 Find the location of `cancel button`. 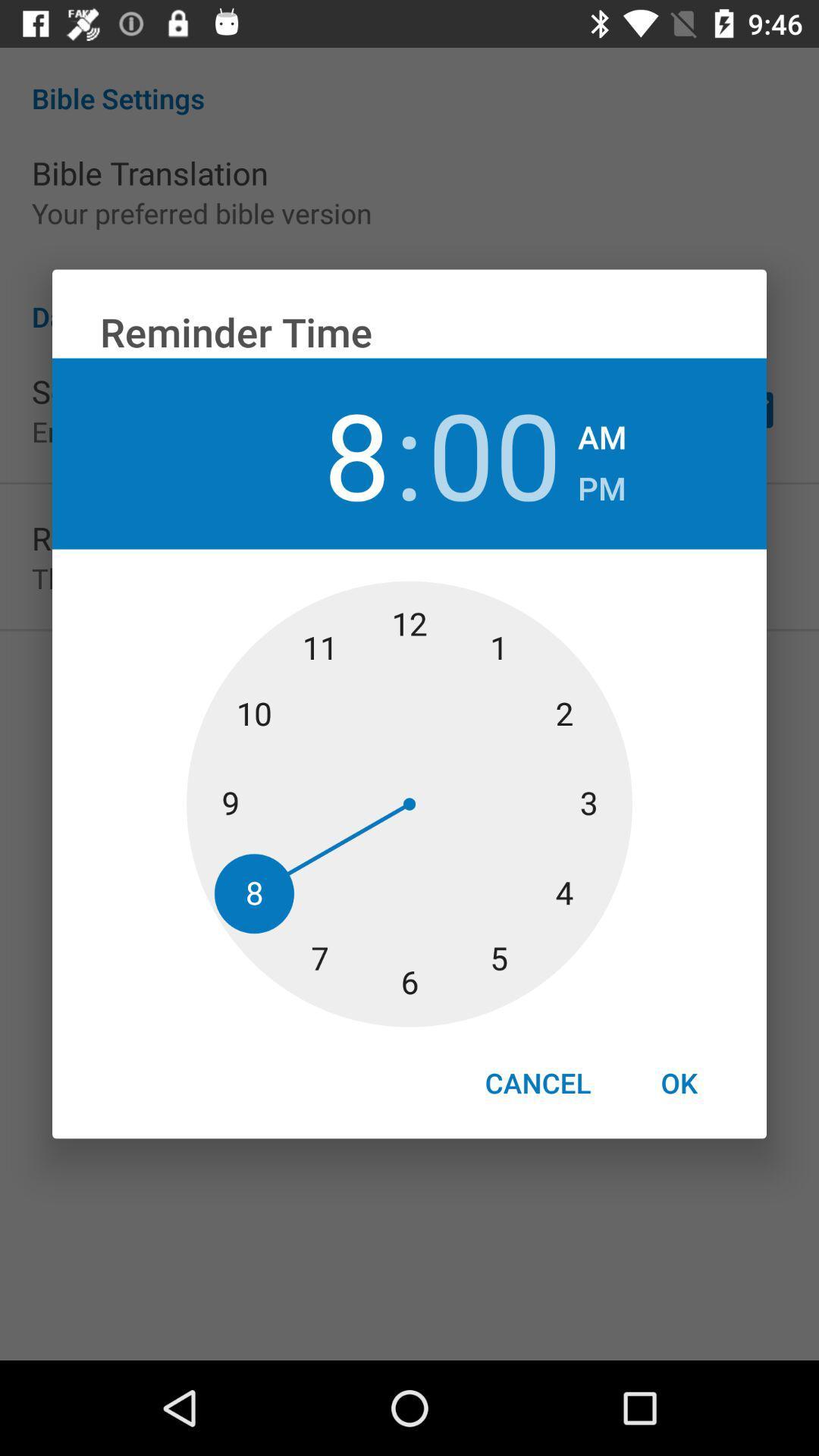

cancel button is located at coordinates (537, 1082).